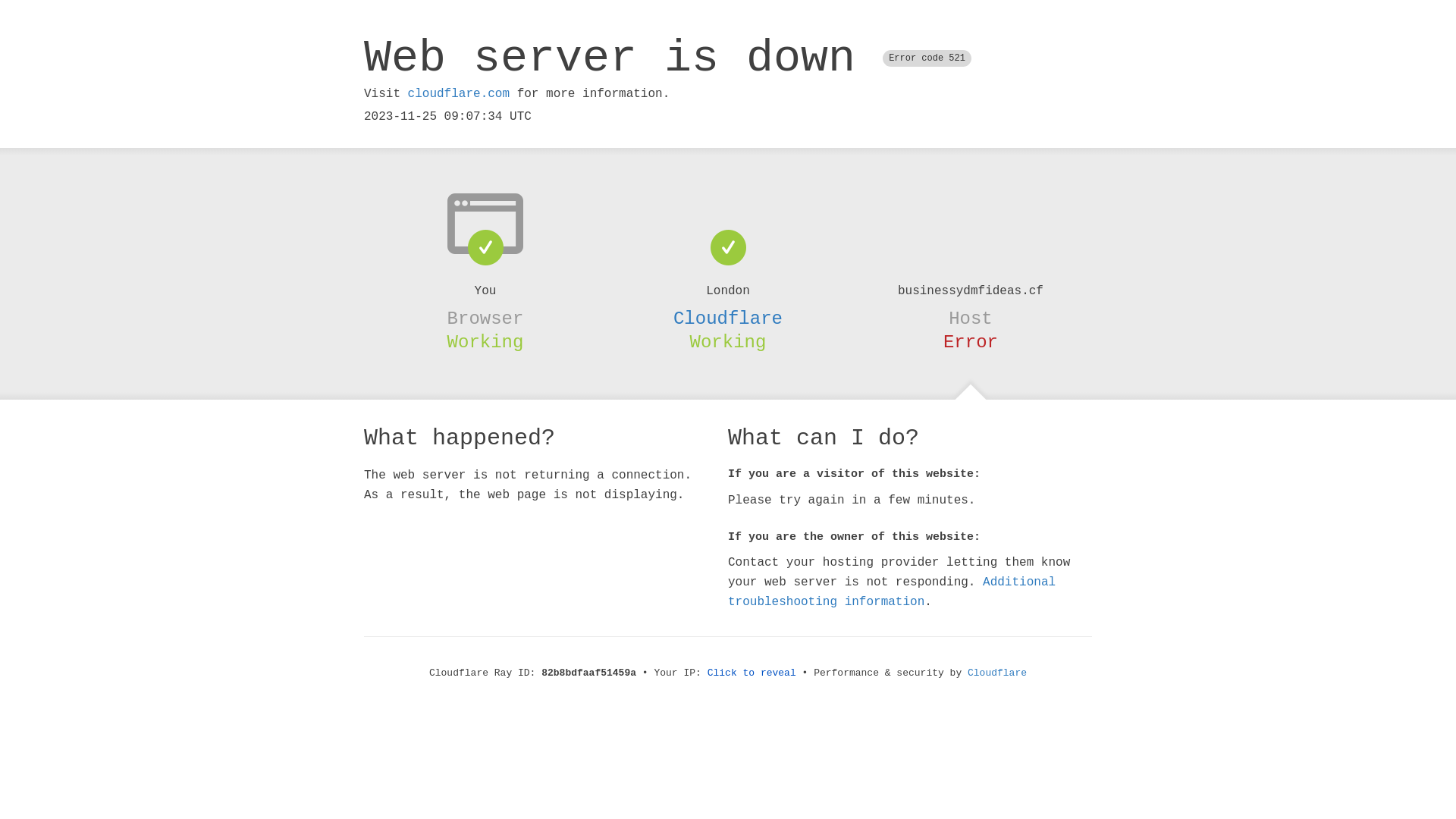  I want to click on 'cloudflare.com', so click(457, 93).